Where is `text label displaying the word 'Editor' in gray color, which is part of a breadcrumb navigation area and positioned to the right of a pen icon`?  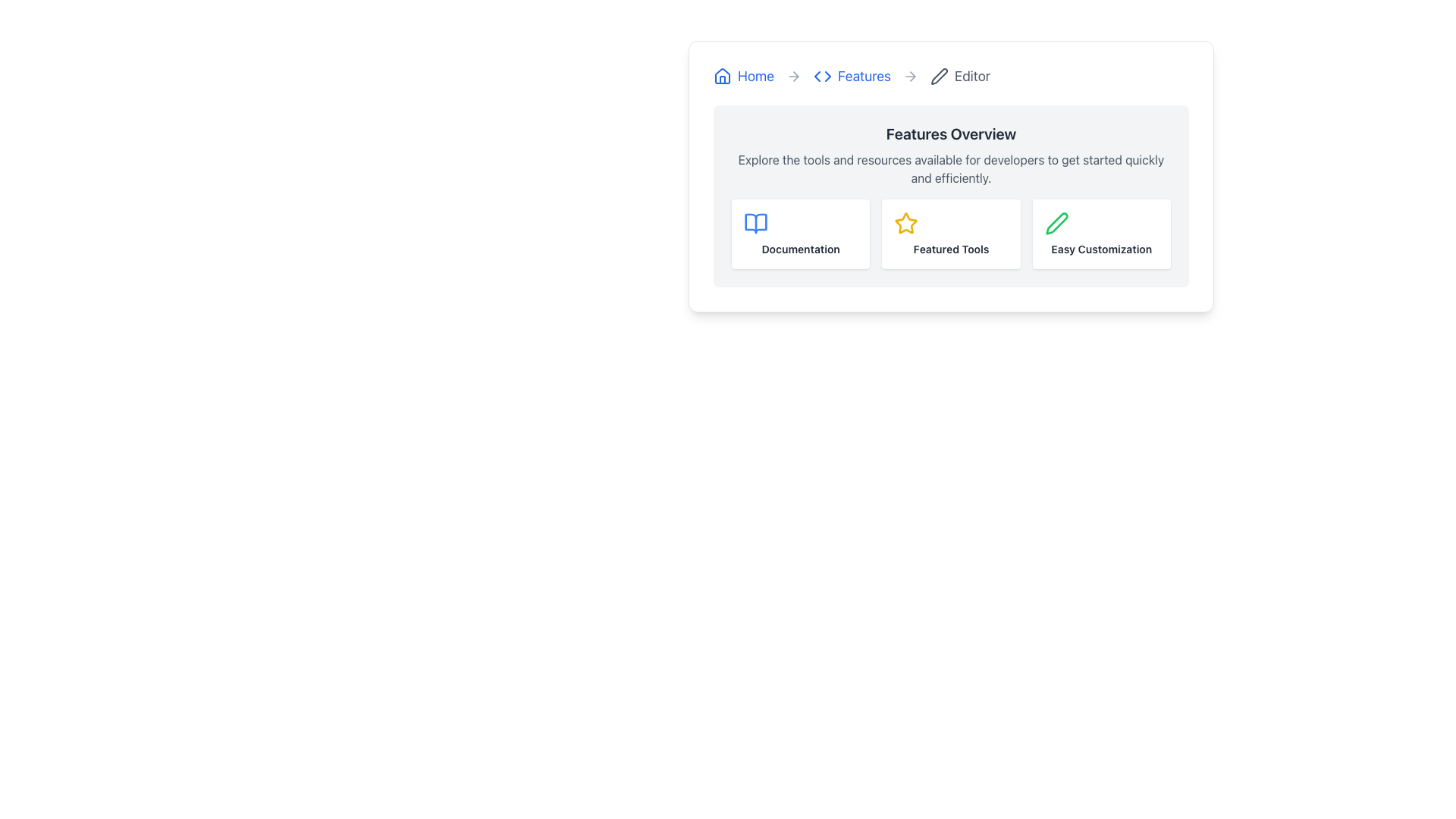
text label displaying the word 'Editor' in gray color, which is part of a breadcrumb navigation area and positioned to the right of a pen icon is located at coordinates (972, 76).